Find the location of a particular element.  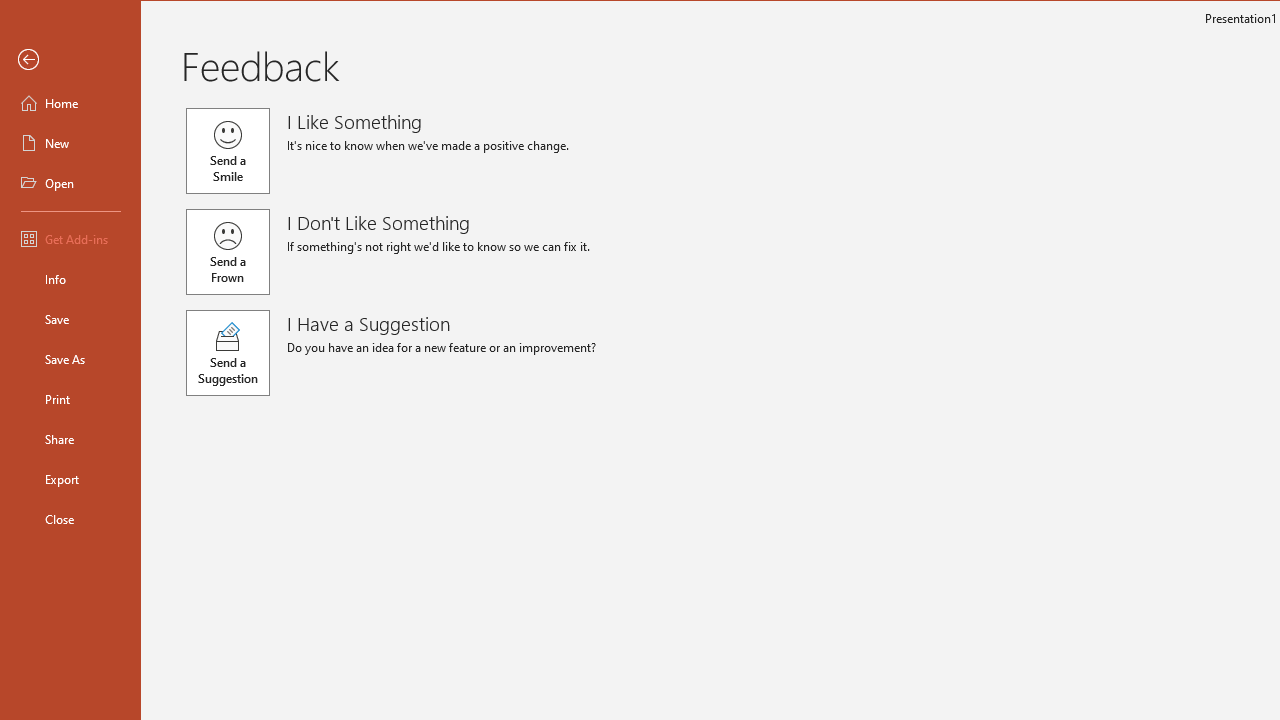

'Export' is located at coordinates (71, 479).